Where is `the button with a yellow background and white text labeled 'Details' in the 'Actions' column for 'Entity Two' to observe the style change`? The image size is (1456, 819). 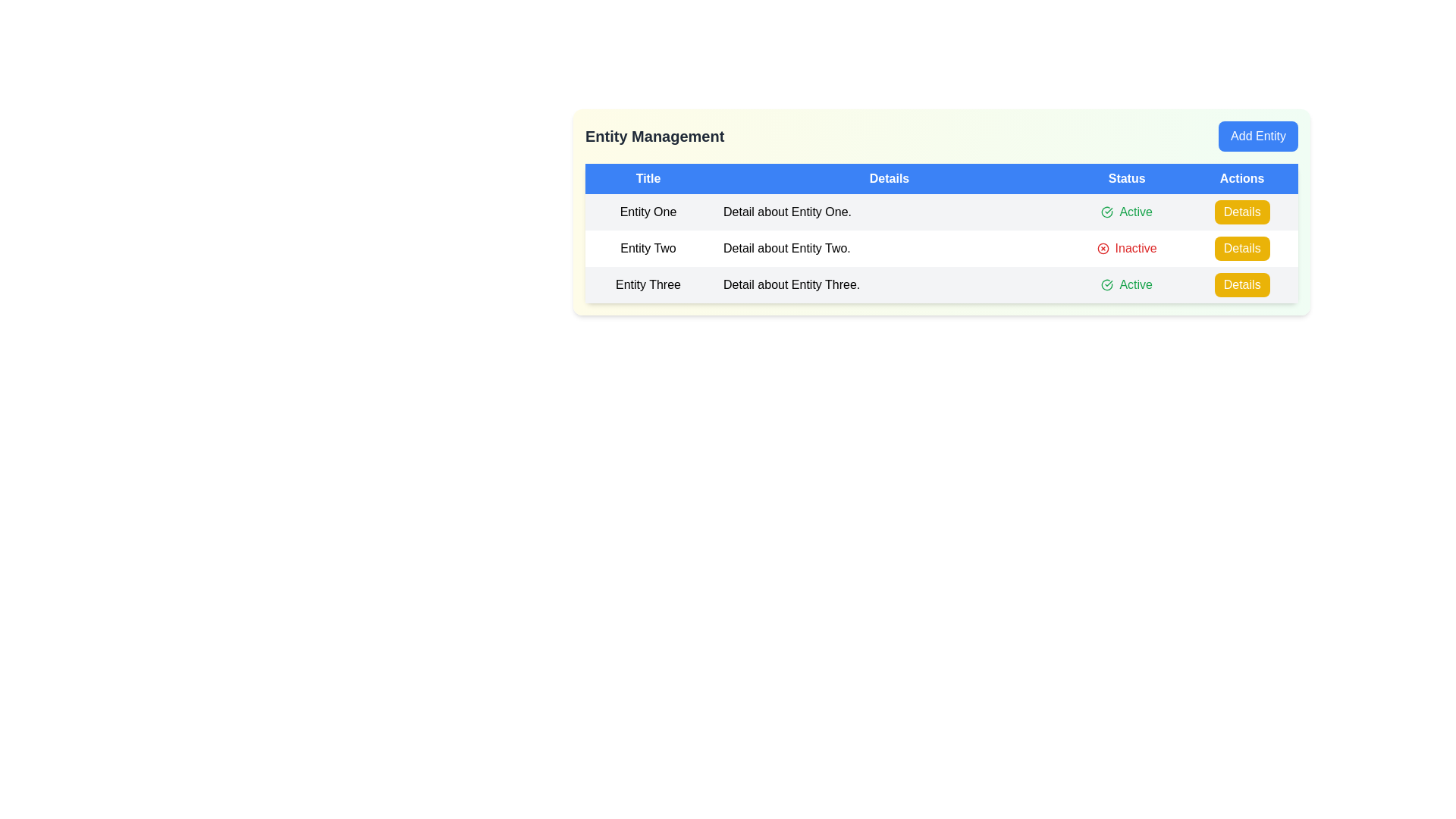 the button with a yellow background and white text labeled 'Details' in the 'Actions' column for 'Entity Two' to observe the style change is located at coordinates (1242, 212).